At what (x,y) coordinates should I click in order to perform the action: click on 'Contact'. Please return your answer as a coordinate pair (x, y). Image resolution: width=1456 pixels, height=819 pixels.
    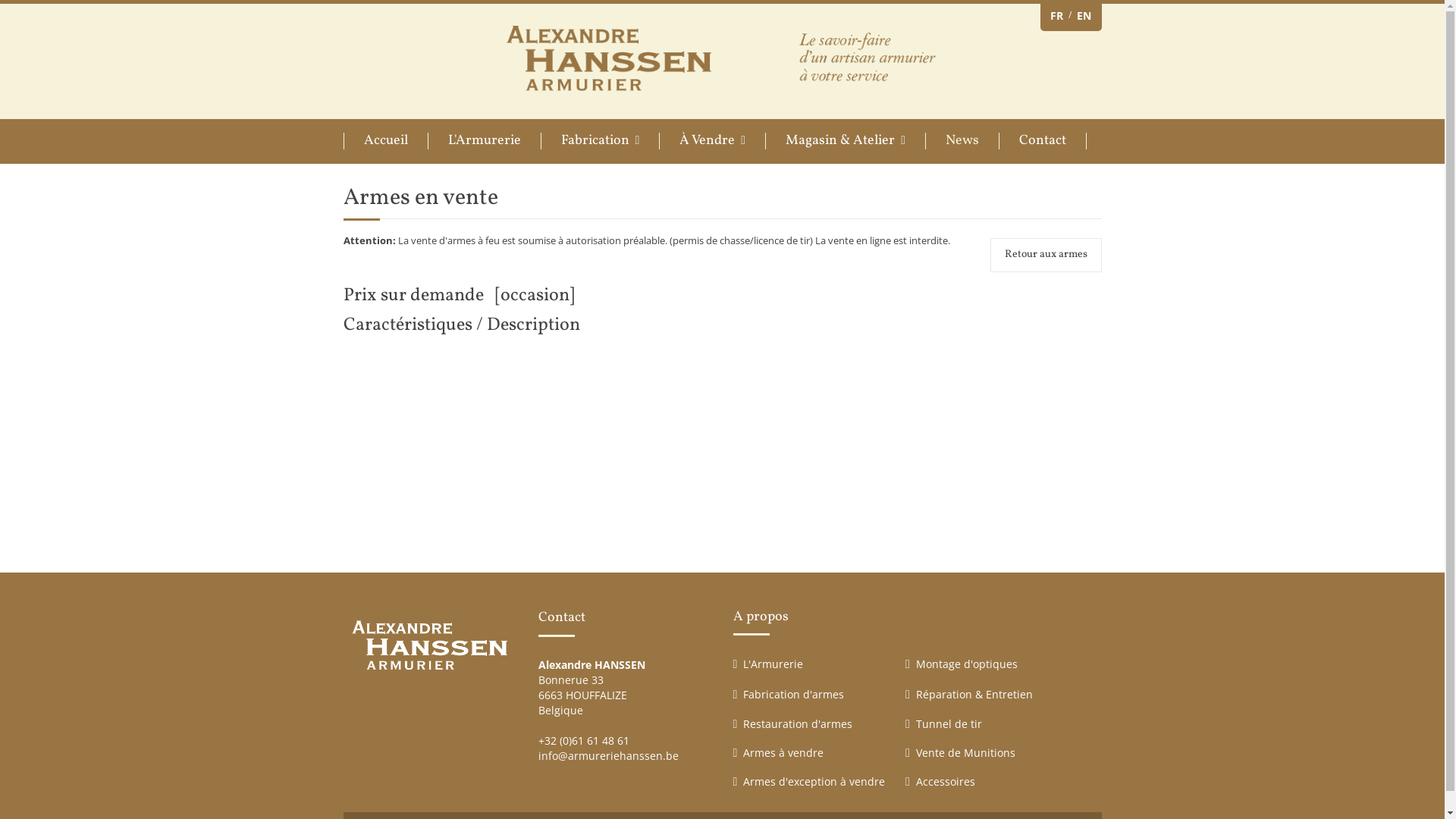
    Looking at the image, I should click on (1041, 140).